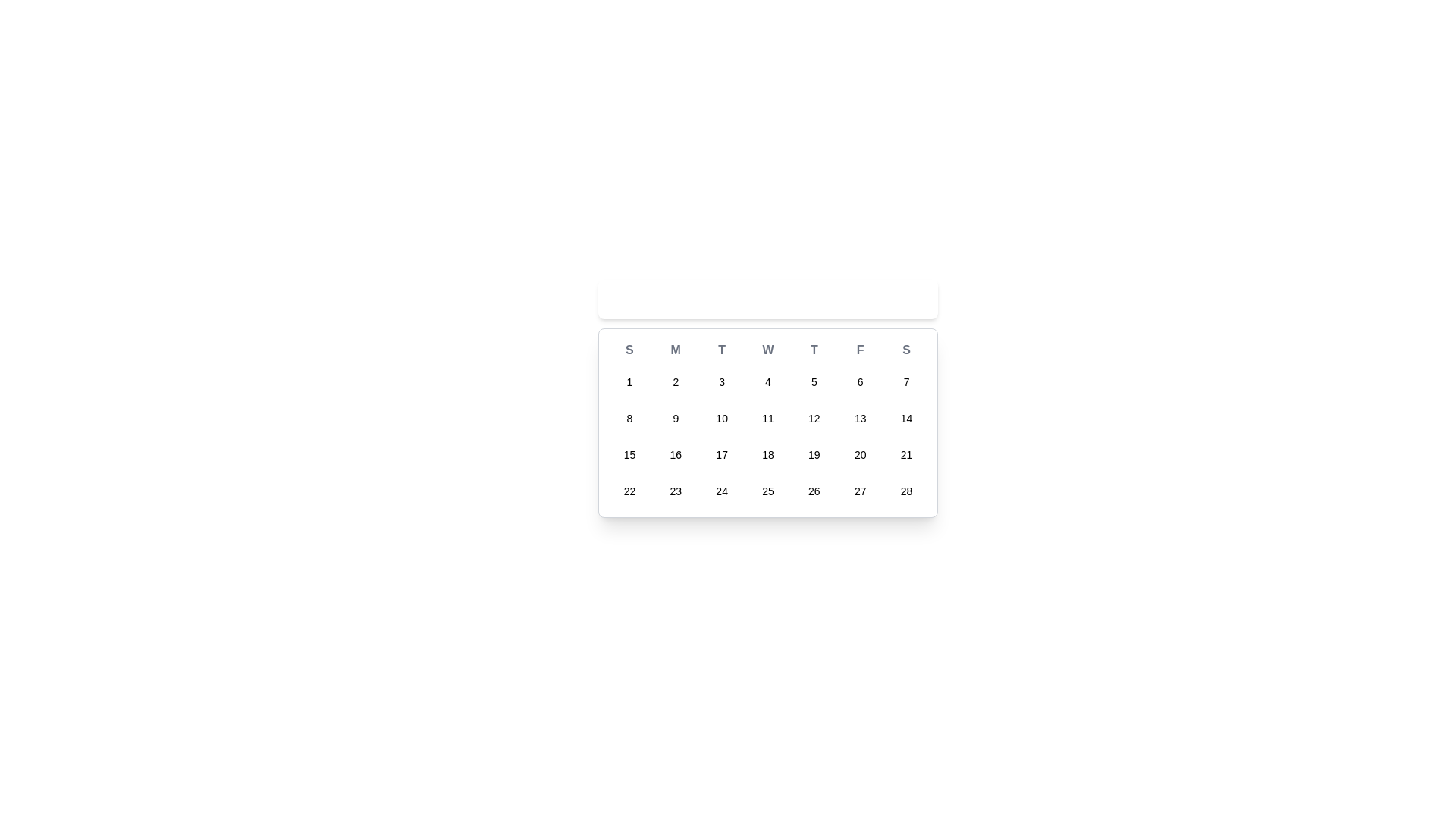 The image size is (1456, 819). I want to click on the button representing the second day of the month in the calendar grid, located between buttons labeled '1' and '3', so click(675, 381).